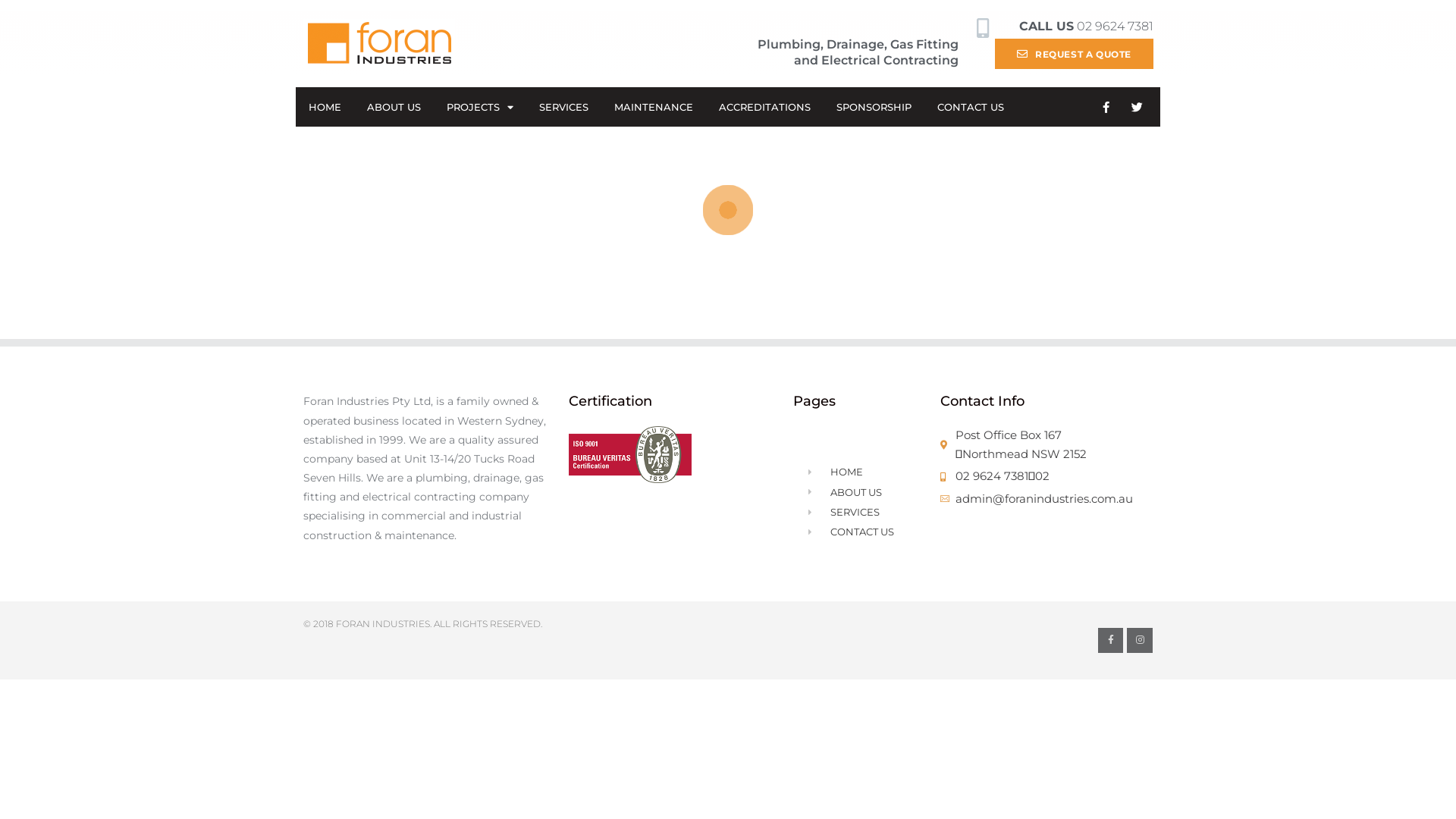  I want to click on '02 9624 738102', so click(1046, 475).